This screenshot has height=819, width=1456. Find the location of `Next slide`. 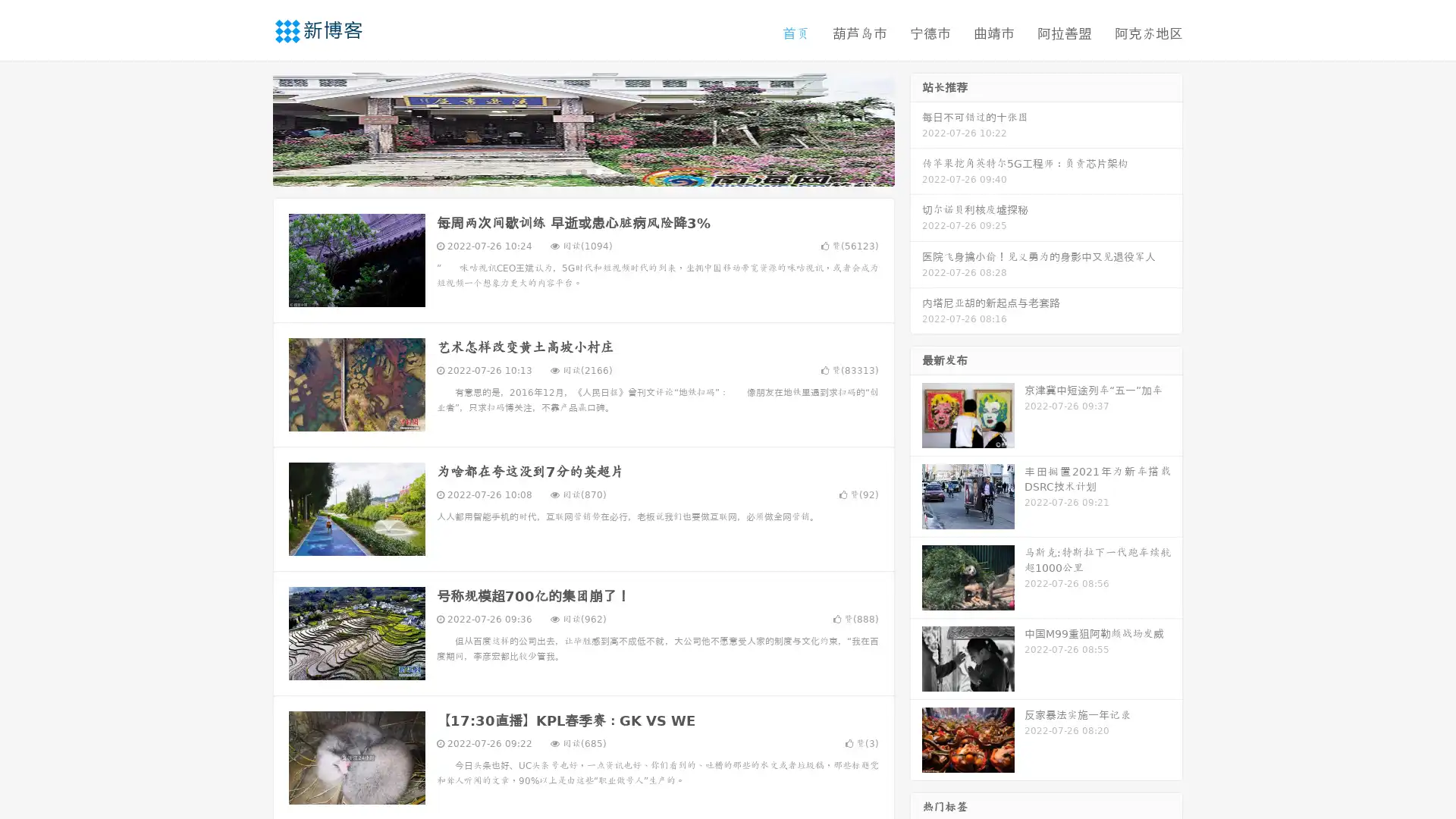

Next slide is located at coordinates (916, 127).